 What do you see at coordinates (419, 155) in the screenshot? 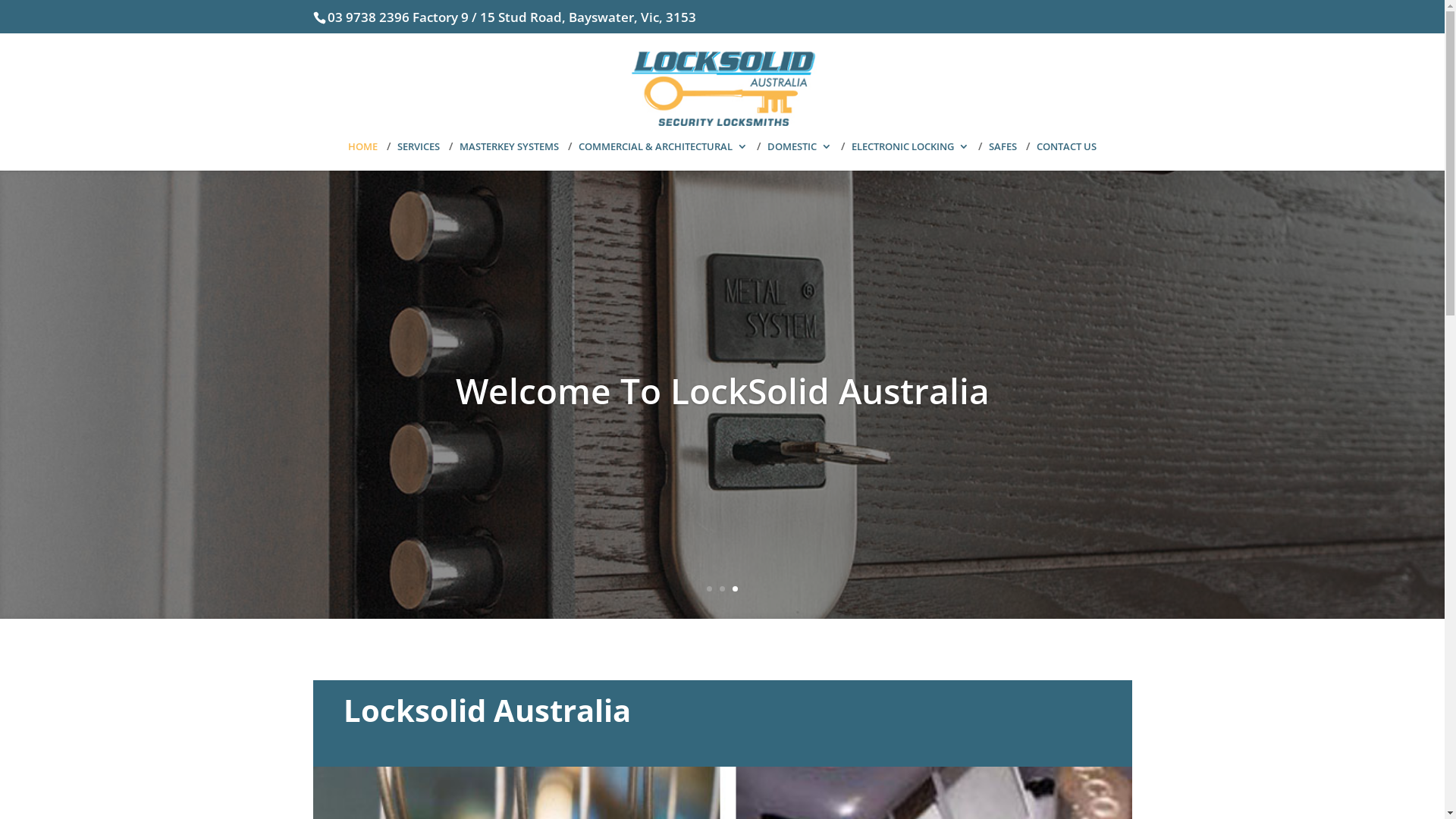
I see `'SERVICES'` at bounding box center [419, 155].